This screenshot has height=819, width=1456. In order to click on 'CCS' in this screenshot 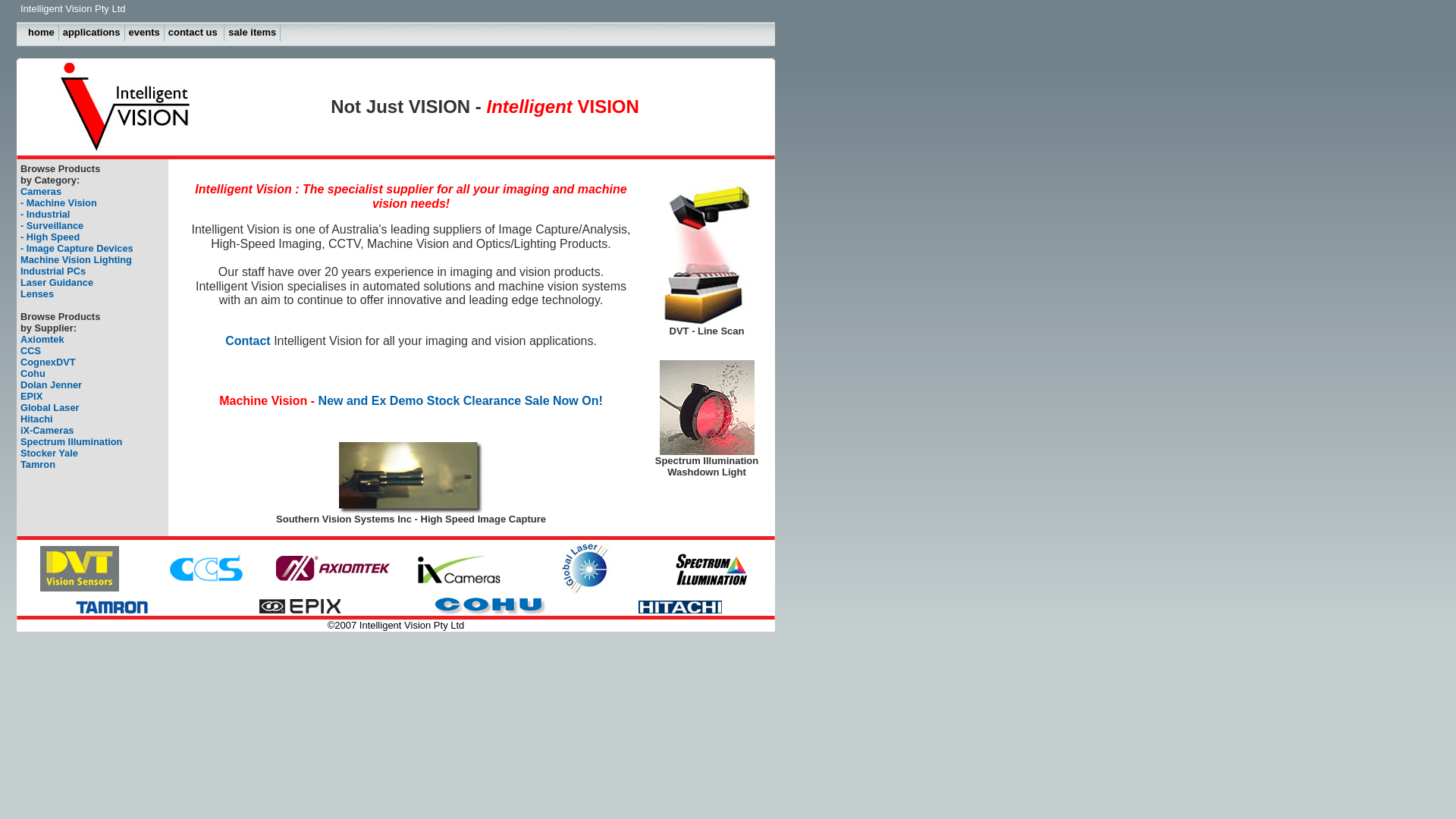, I will do `click(30, 350)`.